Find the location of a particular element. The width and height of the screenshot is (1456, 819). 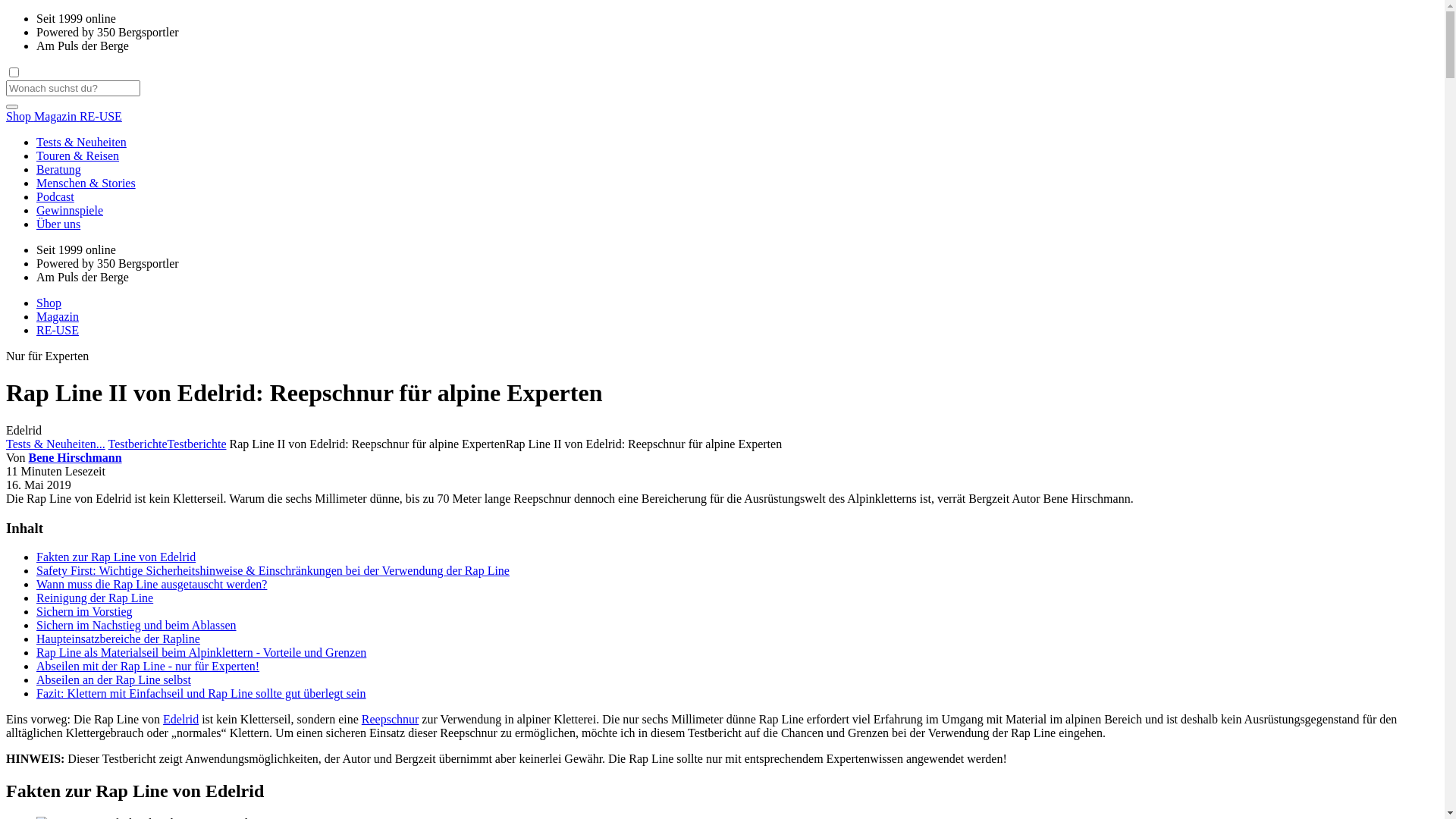

'Bene Hirschmann' is located at coordinates (29, 457).